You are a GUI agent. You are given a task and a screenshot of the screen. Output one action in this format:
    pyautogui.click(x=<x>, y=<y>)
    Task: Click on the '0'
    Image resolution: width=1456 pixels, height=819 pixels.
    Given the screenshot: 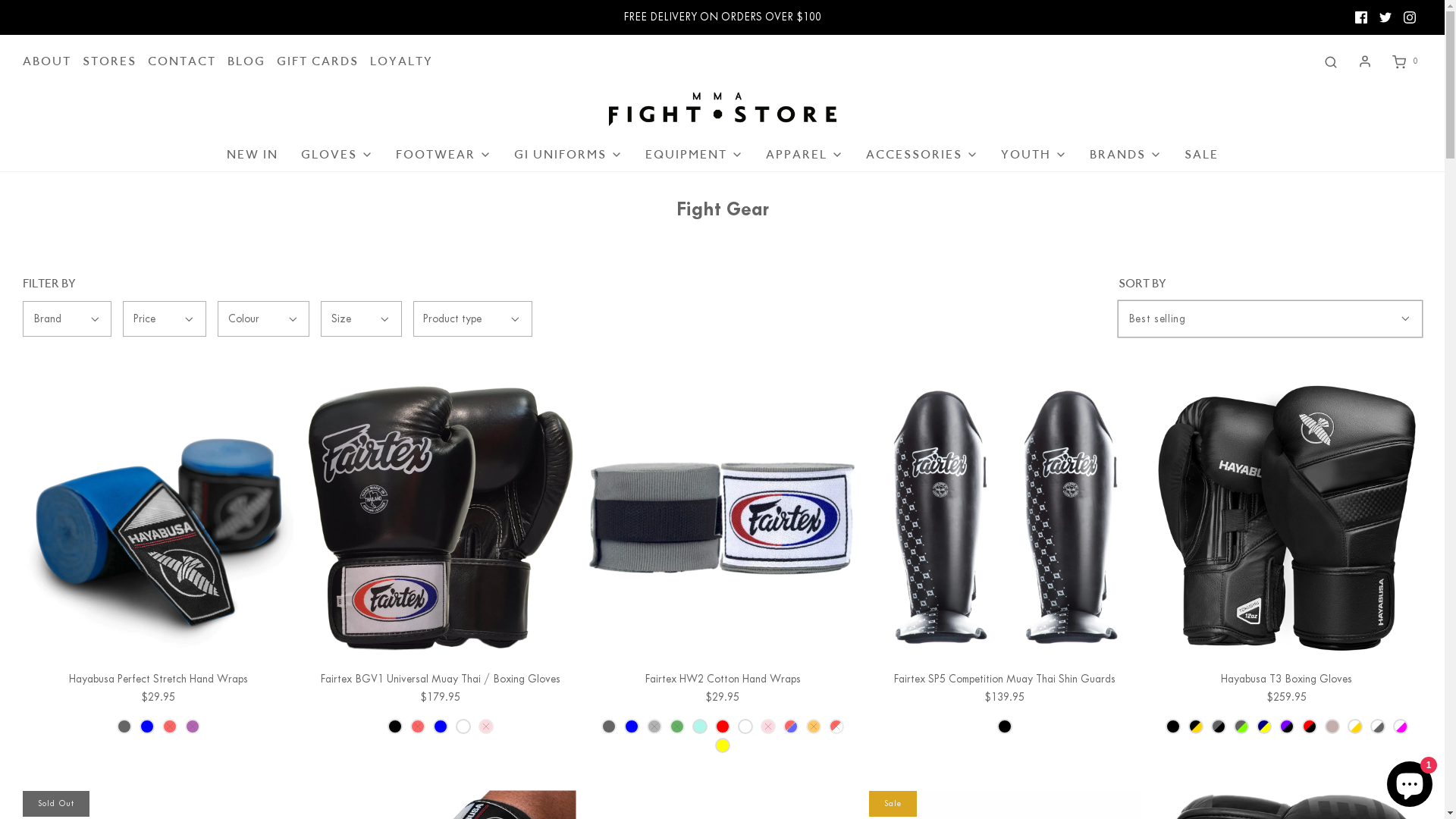 What is the action you would take?
    pyautogui.click(x=1403, y=61)
    